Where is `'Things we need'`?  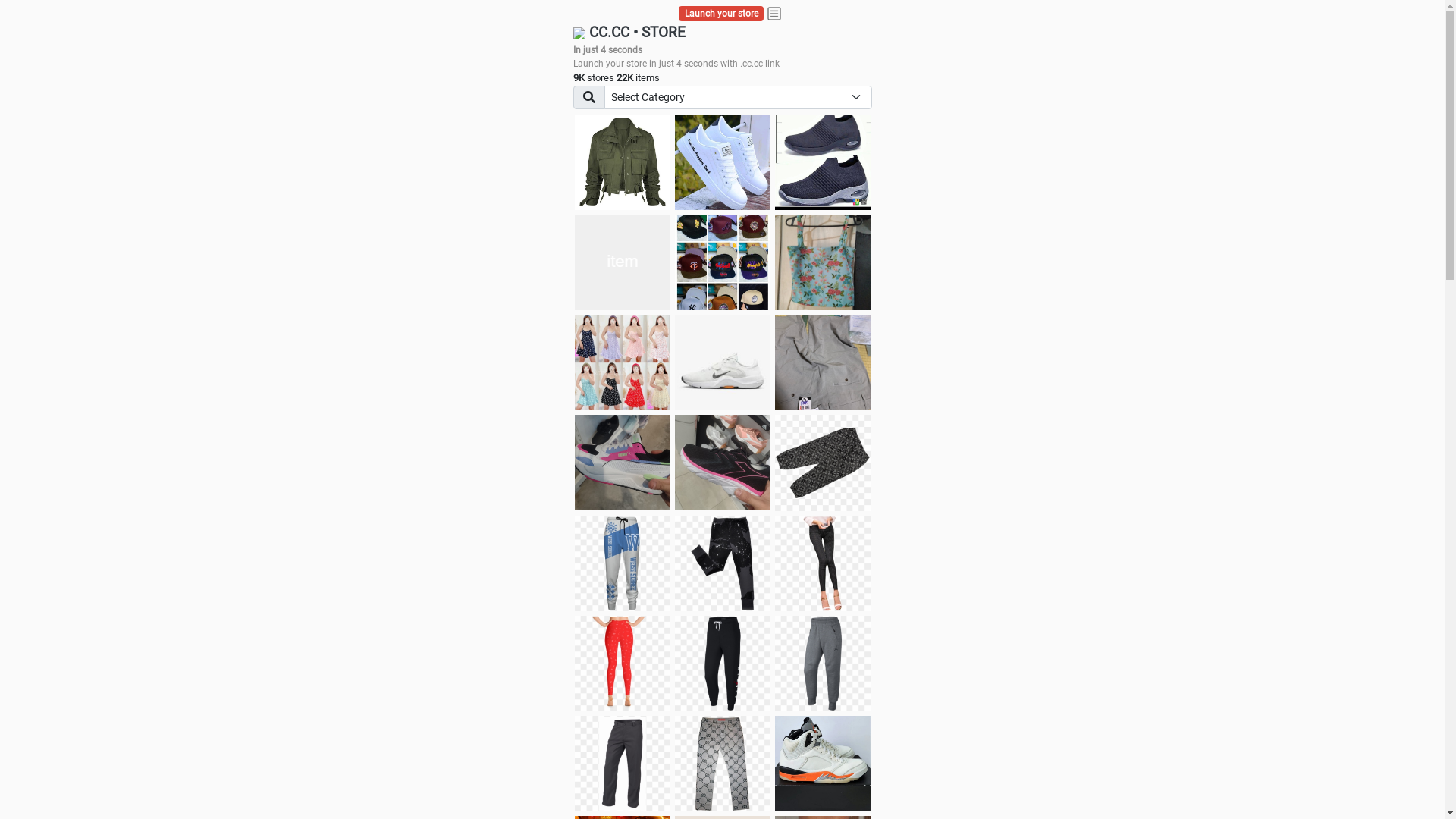 'Things we need' is located at coordinates (673, 262).